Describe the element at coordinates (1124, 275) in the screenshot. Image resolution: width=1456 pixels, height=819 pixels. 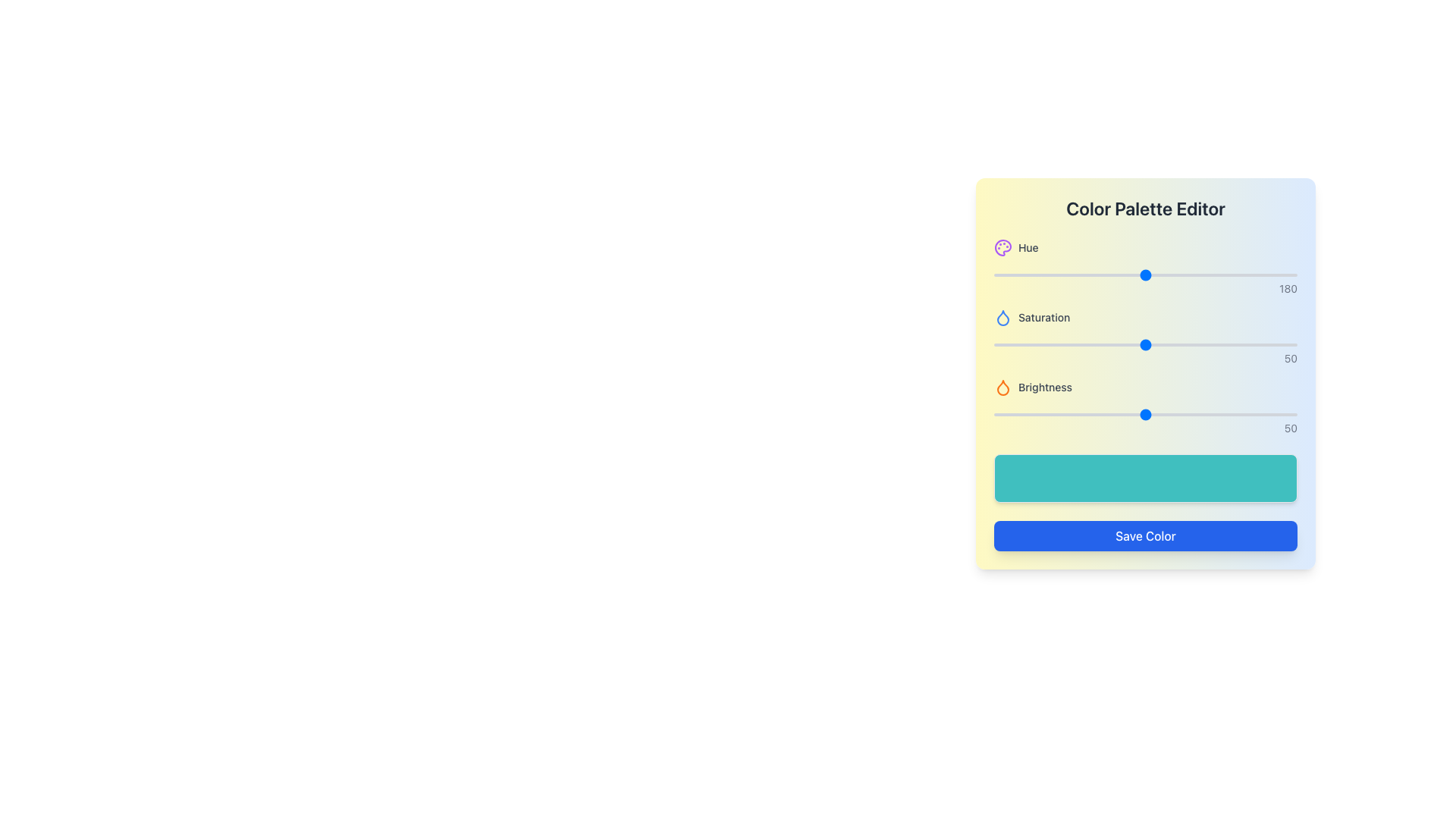
I see `hue` at that location.